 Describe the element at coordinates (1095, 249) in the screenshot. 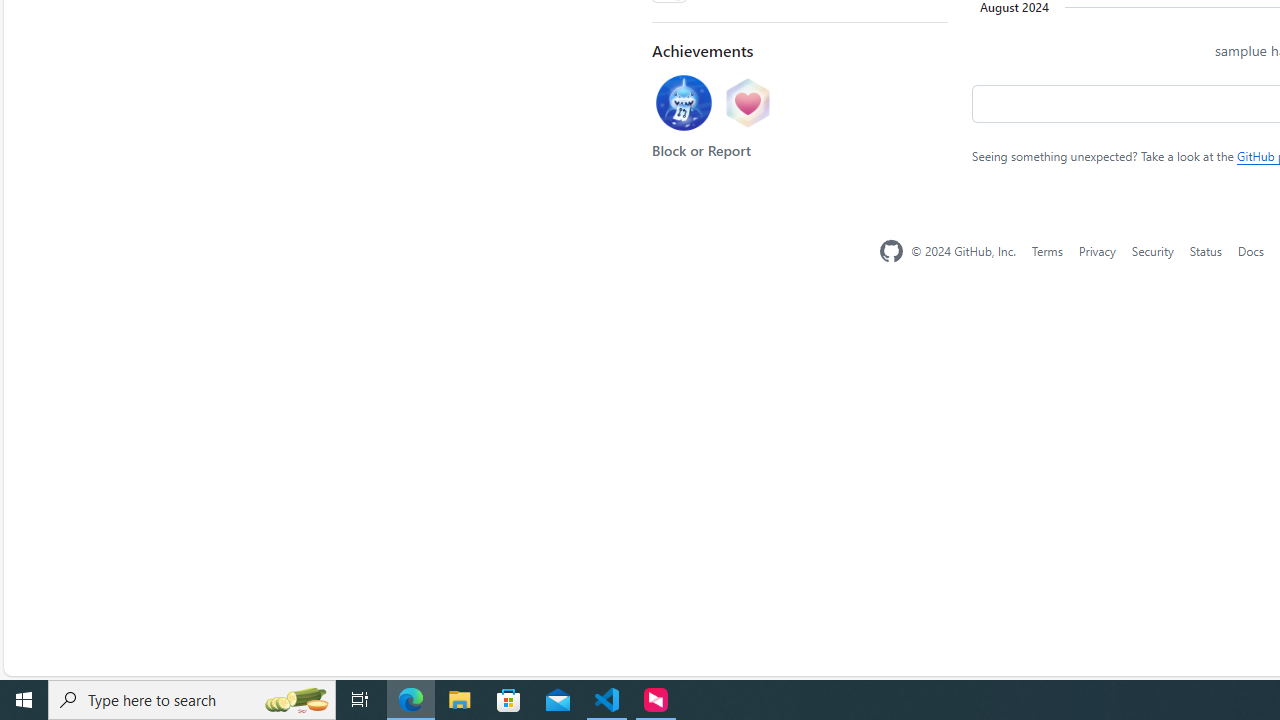

I see `'Privacy'` at that location.